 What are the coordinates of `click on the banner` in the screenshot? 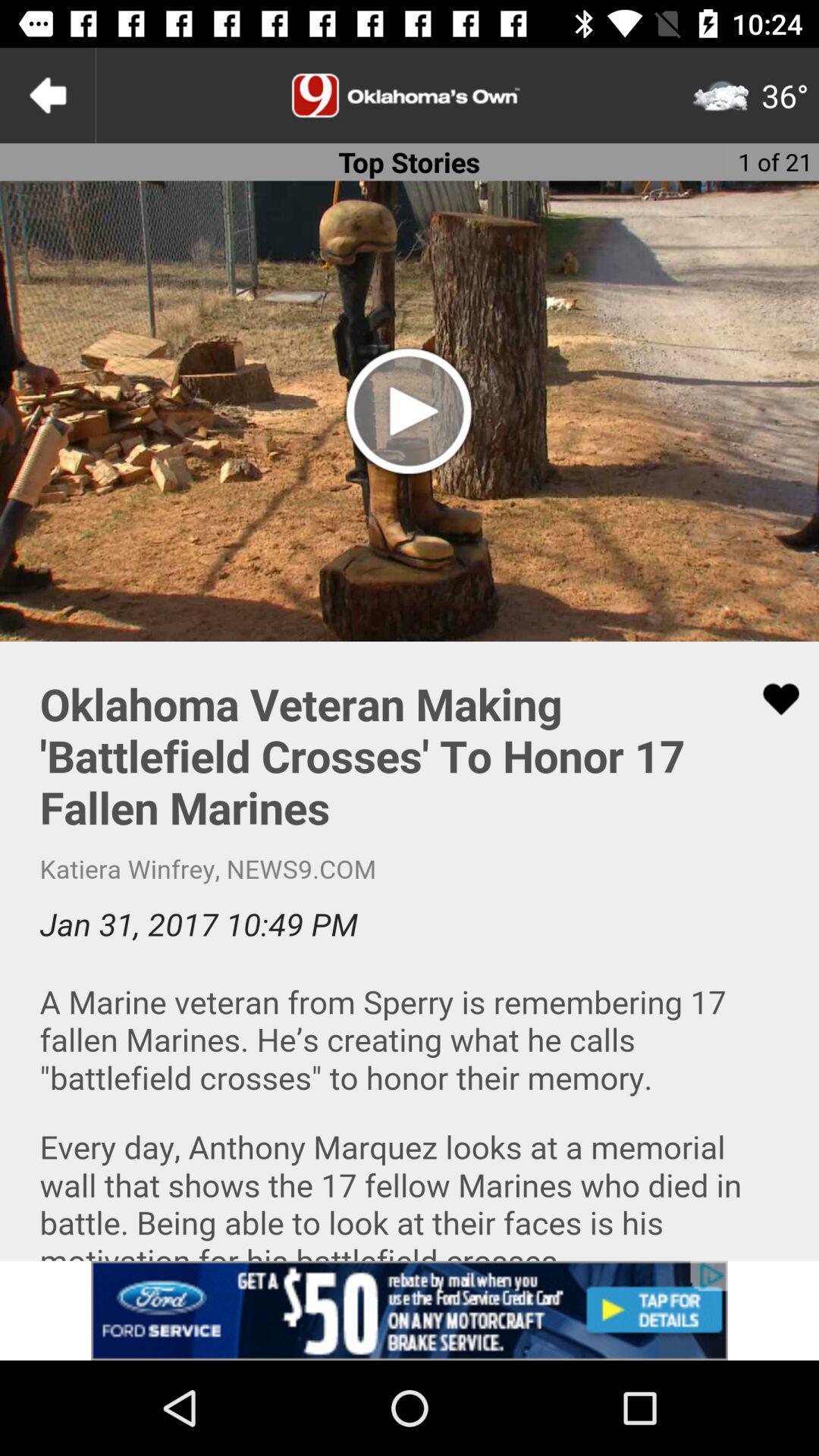 It's located at (409, 1310).